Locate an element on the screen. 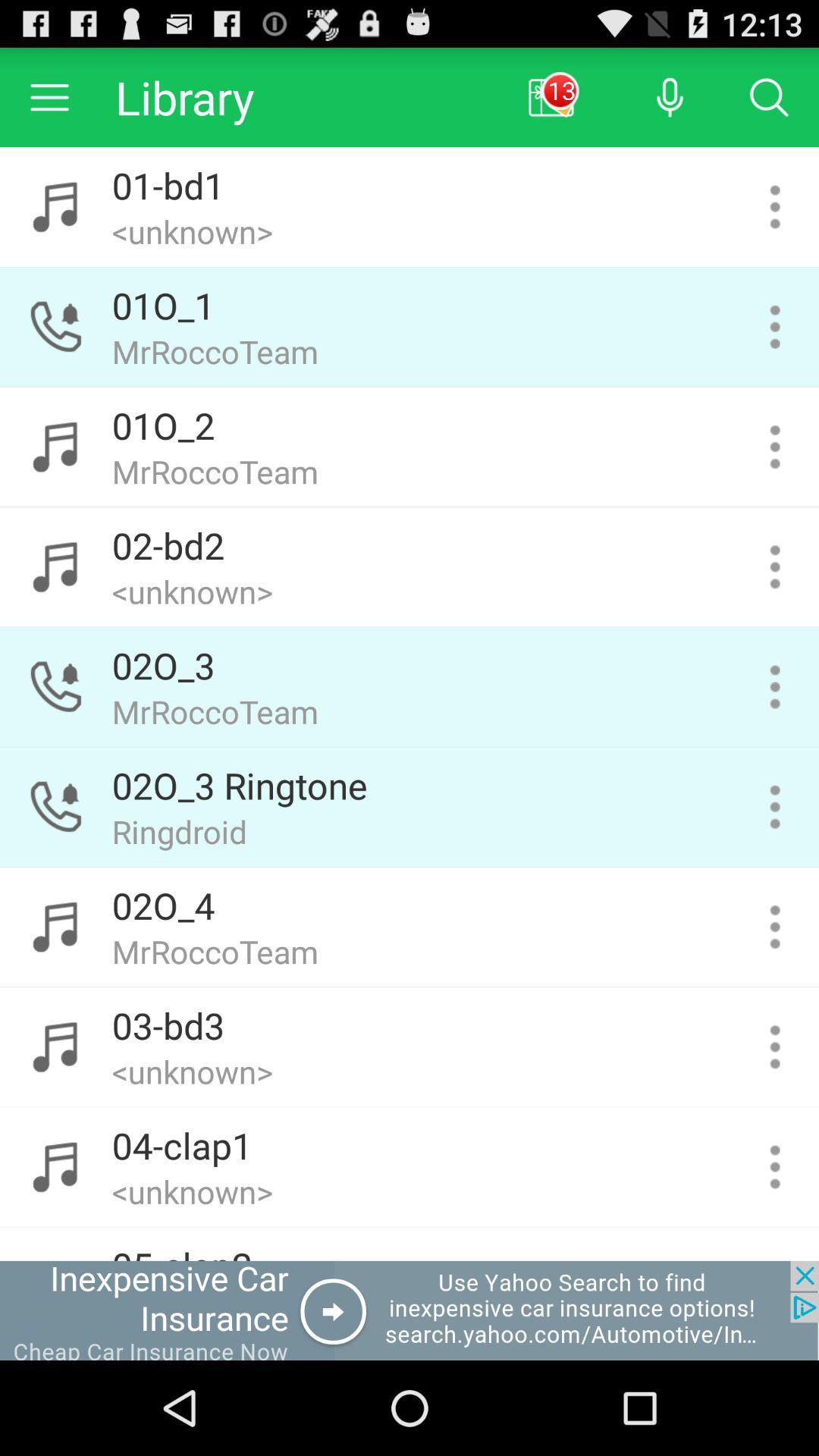 The height and width of the screenshot is (1456, 819). page actions is located at coordinates (775, 446).